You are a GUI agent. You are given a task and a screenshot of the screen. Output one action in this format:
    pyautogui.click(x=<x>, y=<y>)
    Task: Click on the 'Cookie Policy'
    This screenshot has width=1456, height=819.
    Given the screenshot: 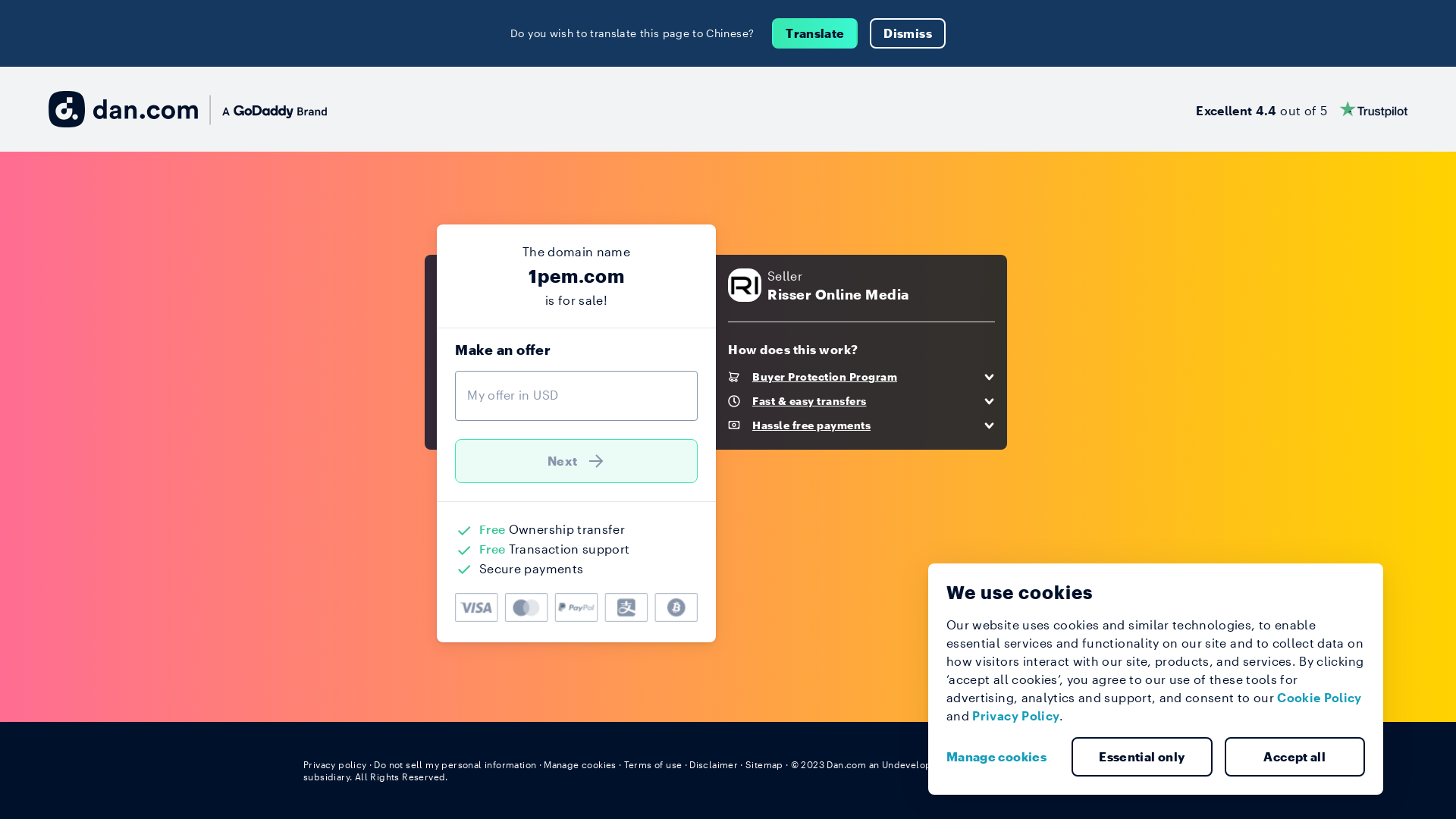 What is the action you would take?
    pyautogui.click(x=1318, y=697)
    